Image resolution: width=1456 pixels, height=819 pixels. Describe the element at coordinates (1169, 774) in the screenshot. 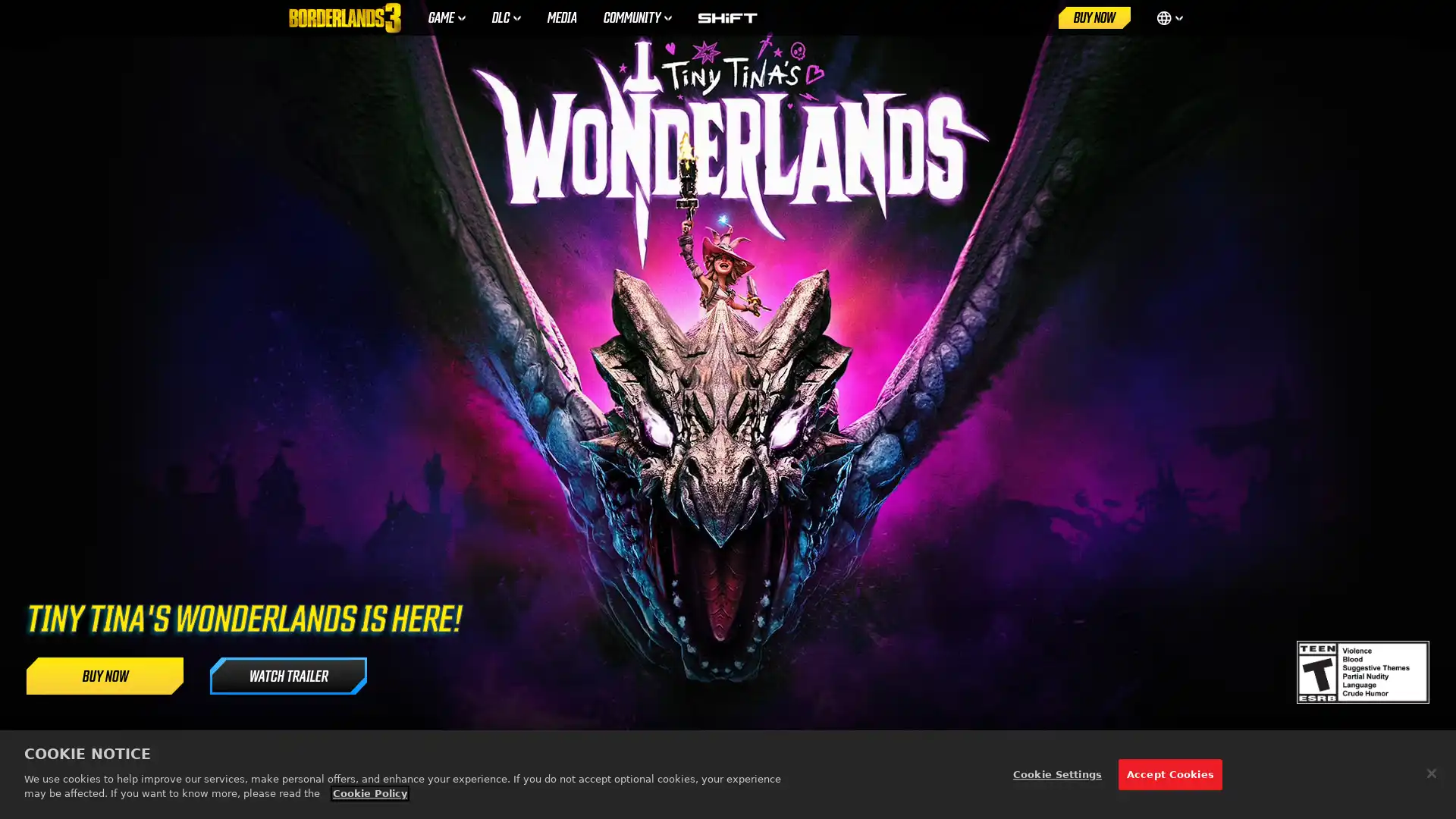

I see `Accept Cookies` at that location.